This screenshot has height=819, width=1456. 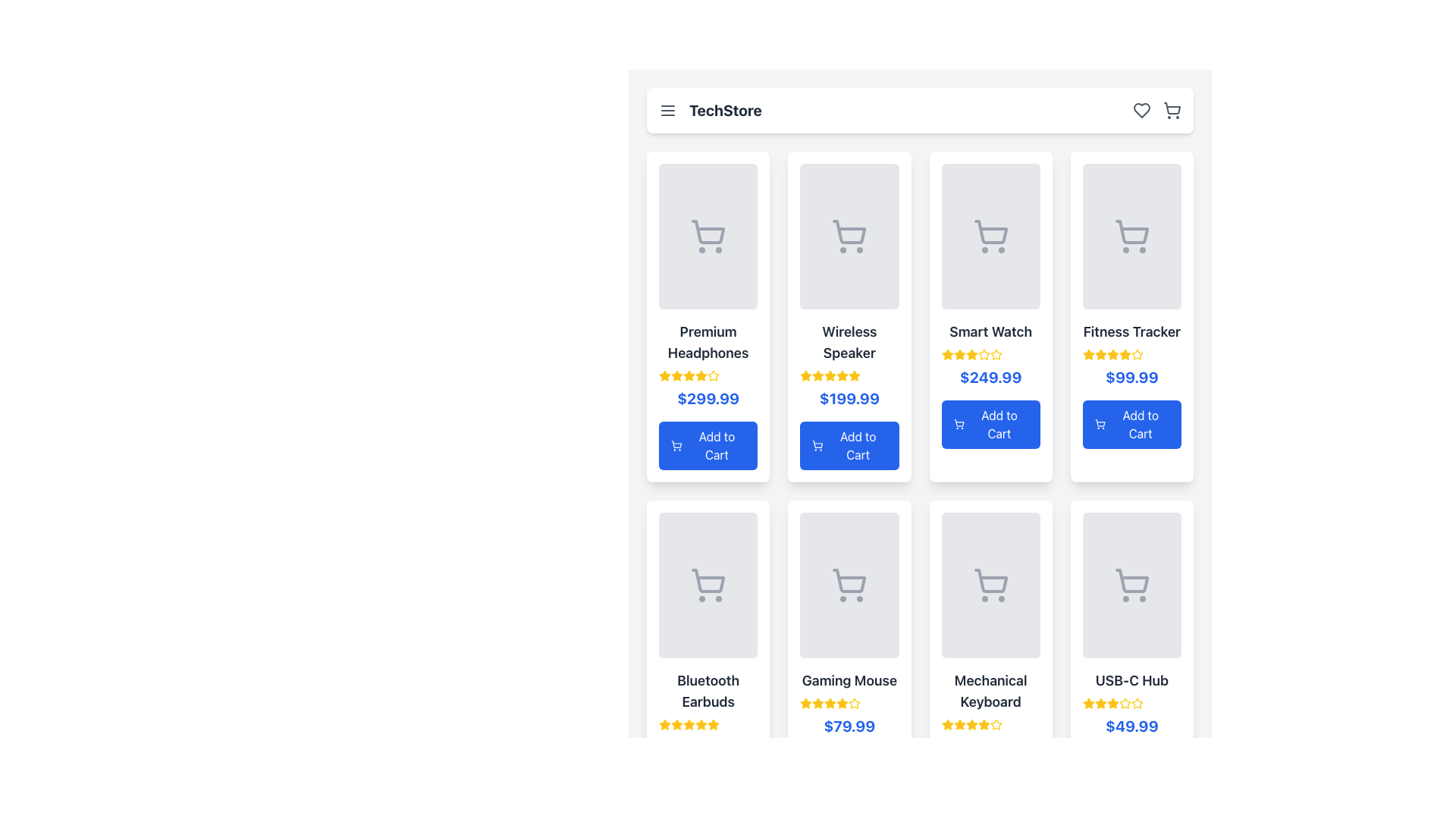 I want to click on the shopping cart icon element, which is styled in a line art format with a thin blue stroke, located in the Add to Cart button area of the Smart Watch product card, so click(x=958, y=423).